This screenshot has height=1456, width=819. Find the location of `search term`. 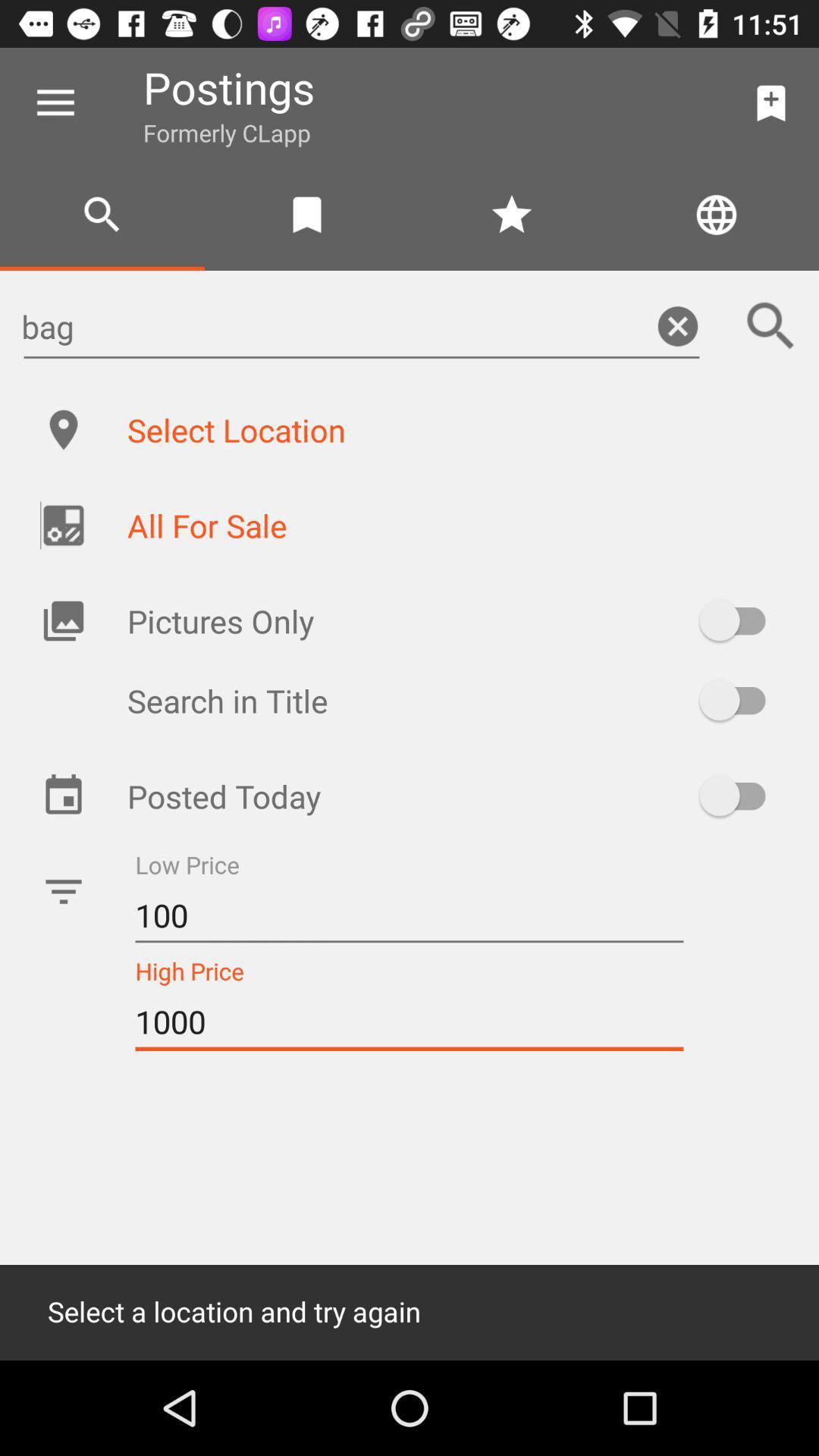

search term is located at coordinates (771, 325).